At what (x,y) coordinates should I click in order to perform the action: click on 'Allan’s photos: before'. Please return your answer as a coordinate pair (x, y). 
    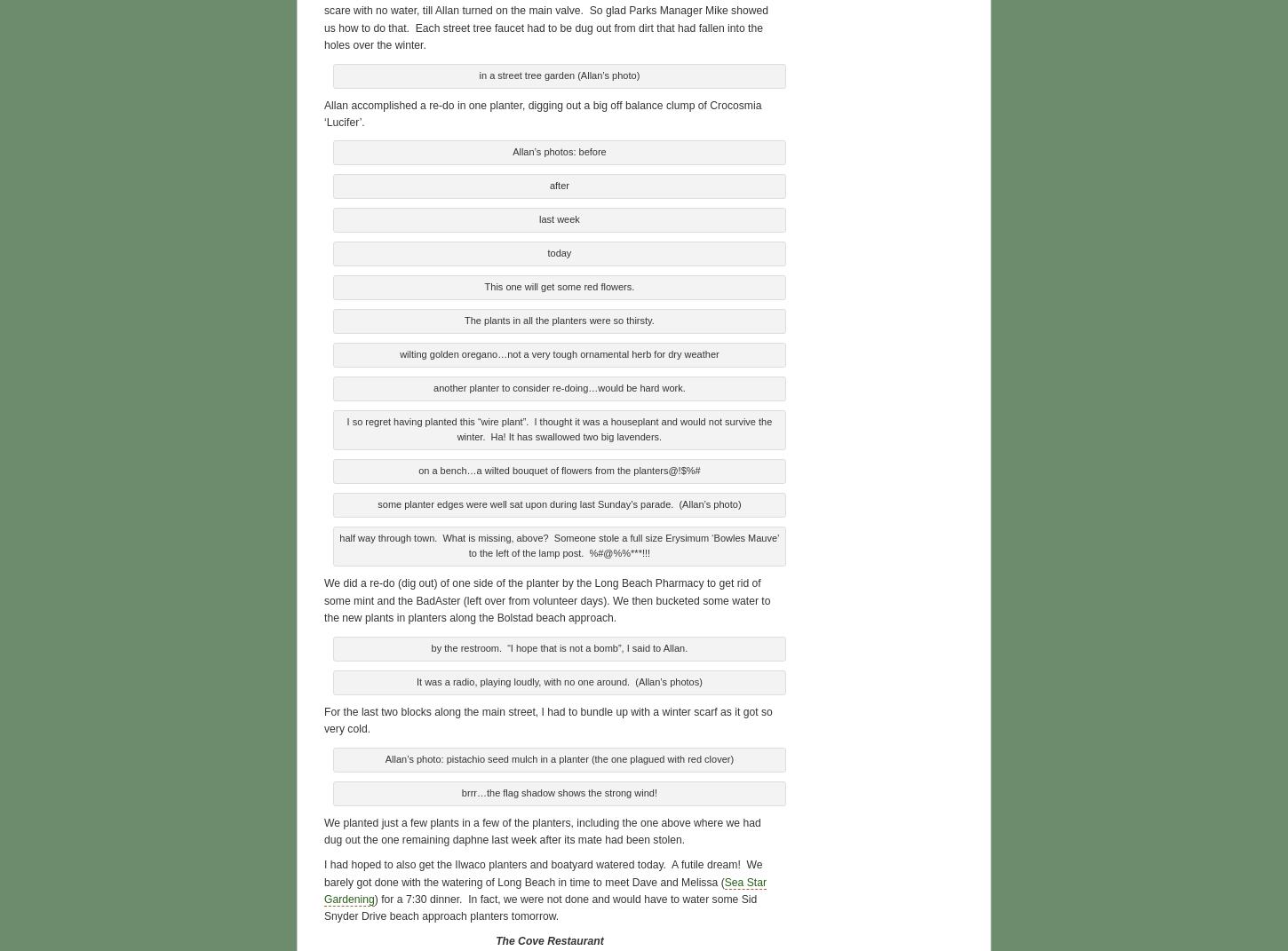
    Looking at the image, I should click on (558, 149).